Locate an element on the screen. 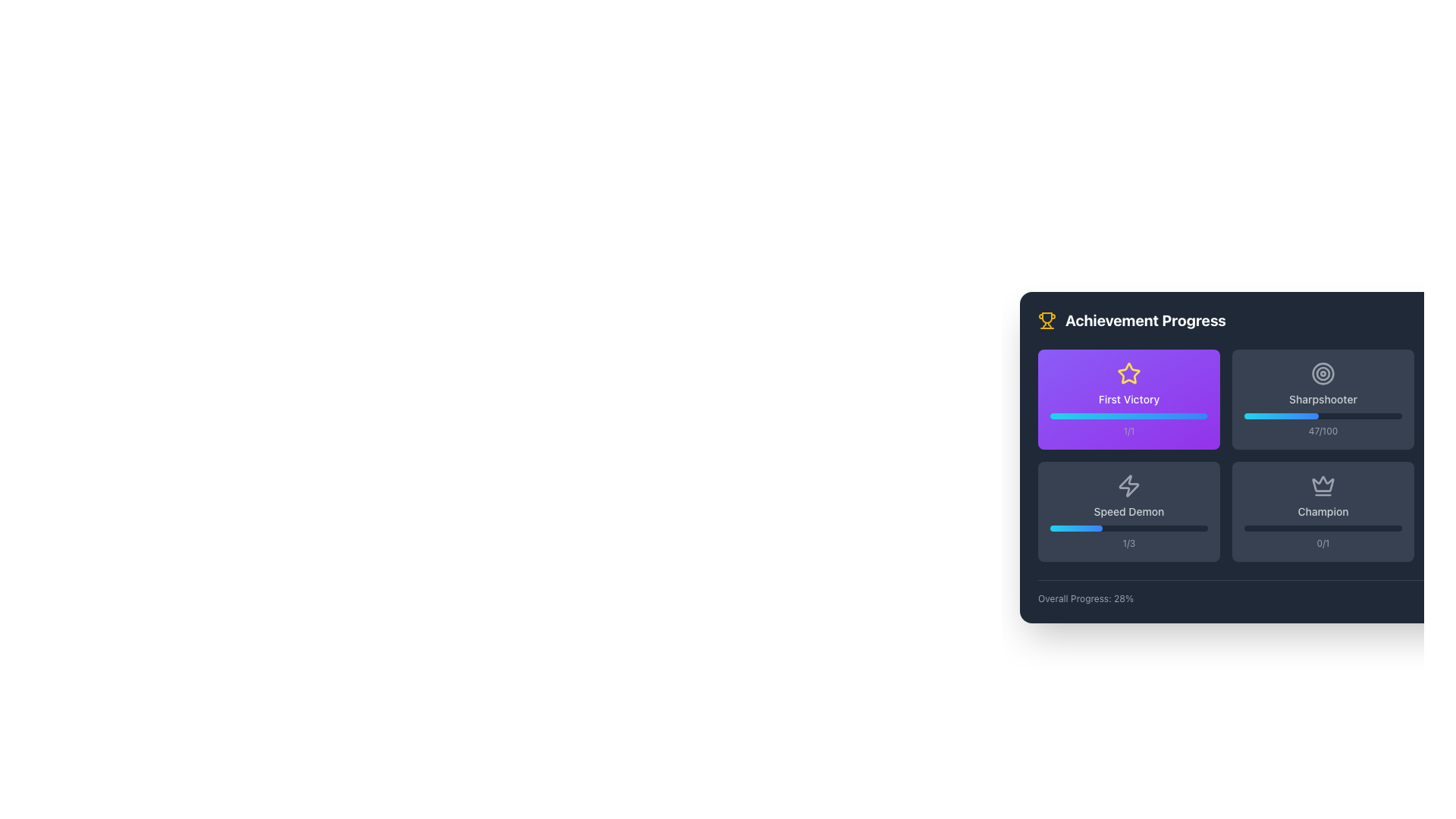  the 'Achievement Progress' header text, which is styled in bold white font and located to the right of a trophy icon in the header section is located at coordinates (1146, 320).